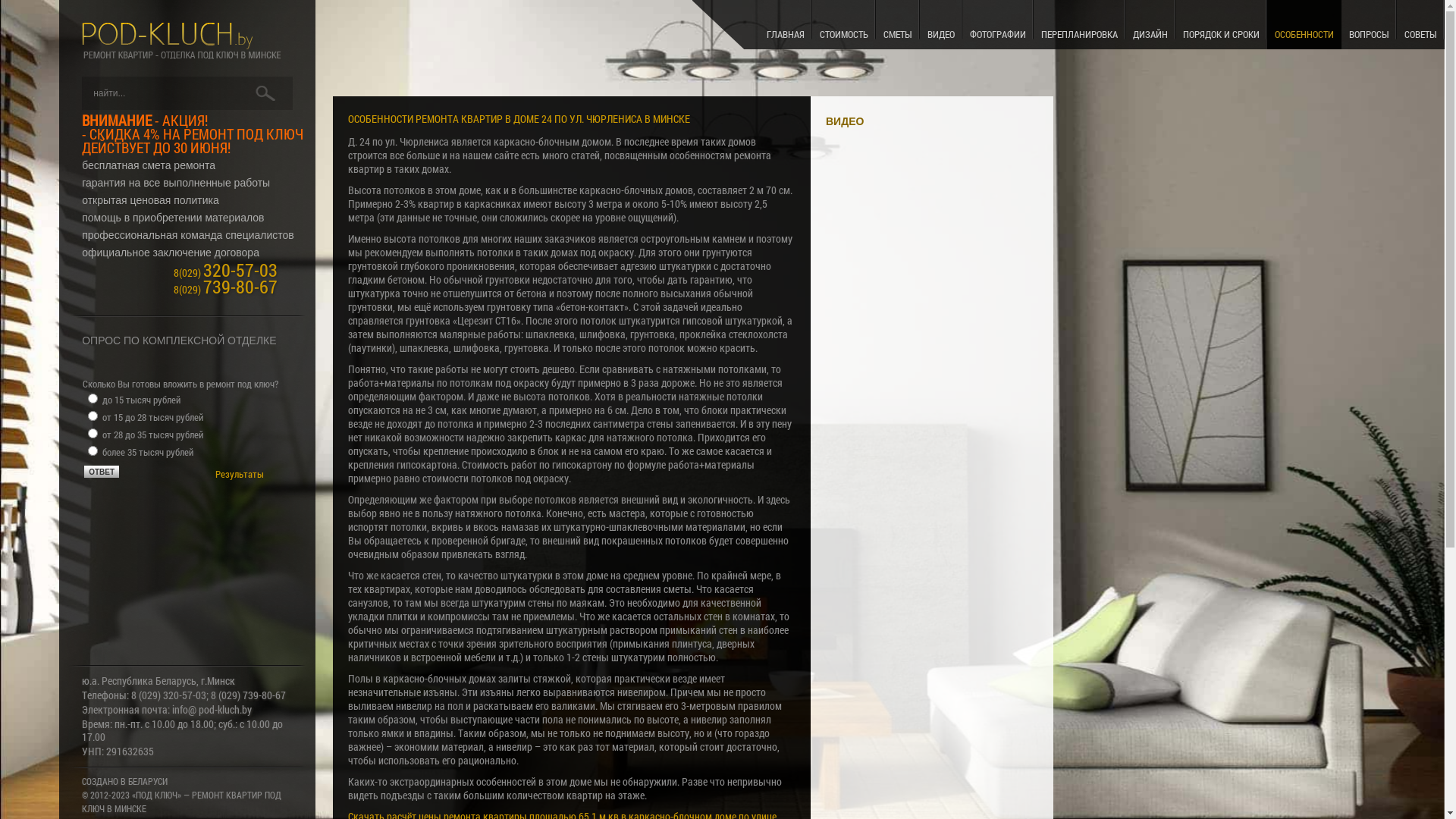 This screenshot has height=819, width=1456. I want to click on '8(029) 320-57-03', so click(224, 271).